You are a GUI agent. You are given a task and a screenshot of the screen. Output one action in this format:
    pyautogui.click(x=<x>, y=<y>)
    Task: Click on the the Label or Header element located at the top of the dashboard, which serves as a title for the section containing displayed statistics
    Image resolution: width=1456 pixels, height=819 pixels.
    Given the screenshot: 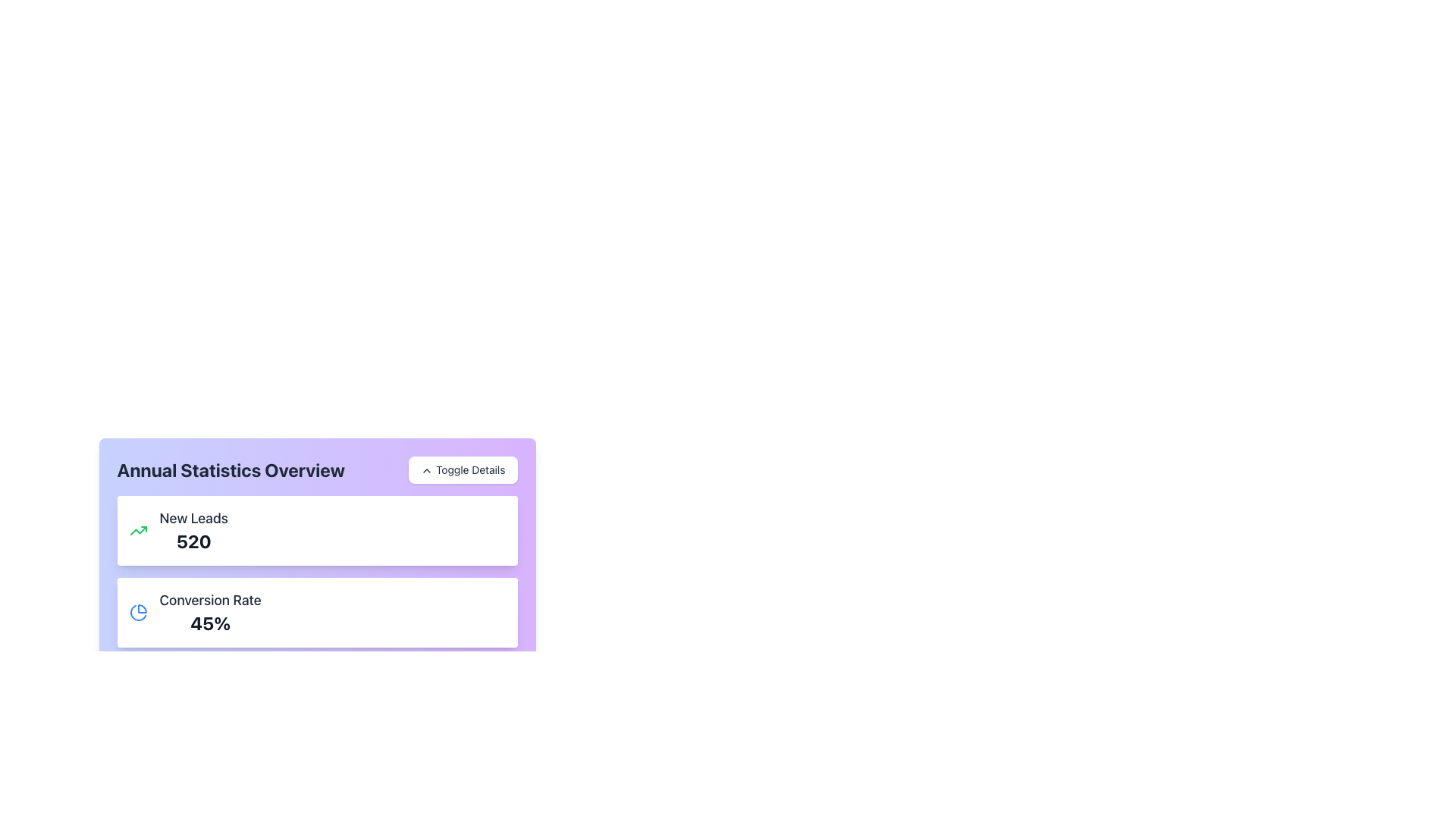 What is the action you would take?
    pyautogui.click(x=230, y=469)
    